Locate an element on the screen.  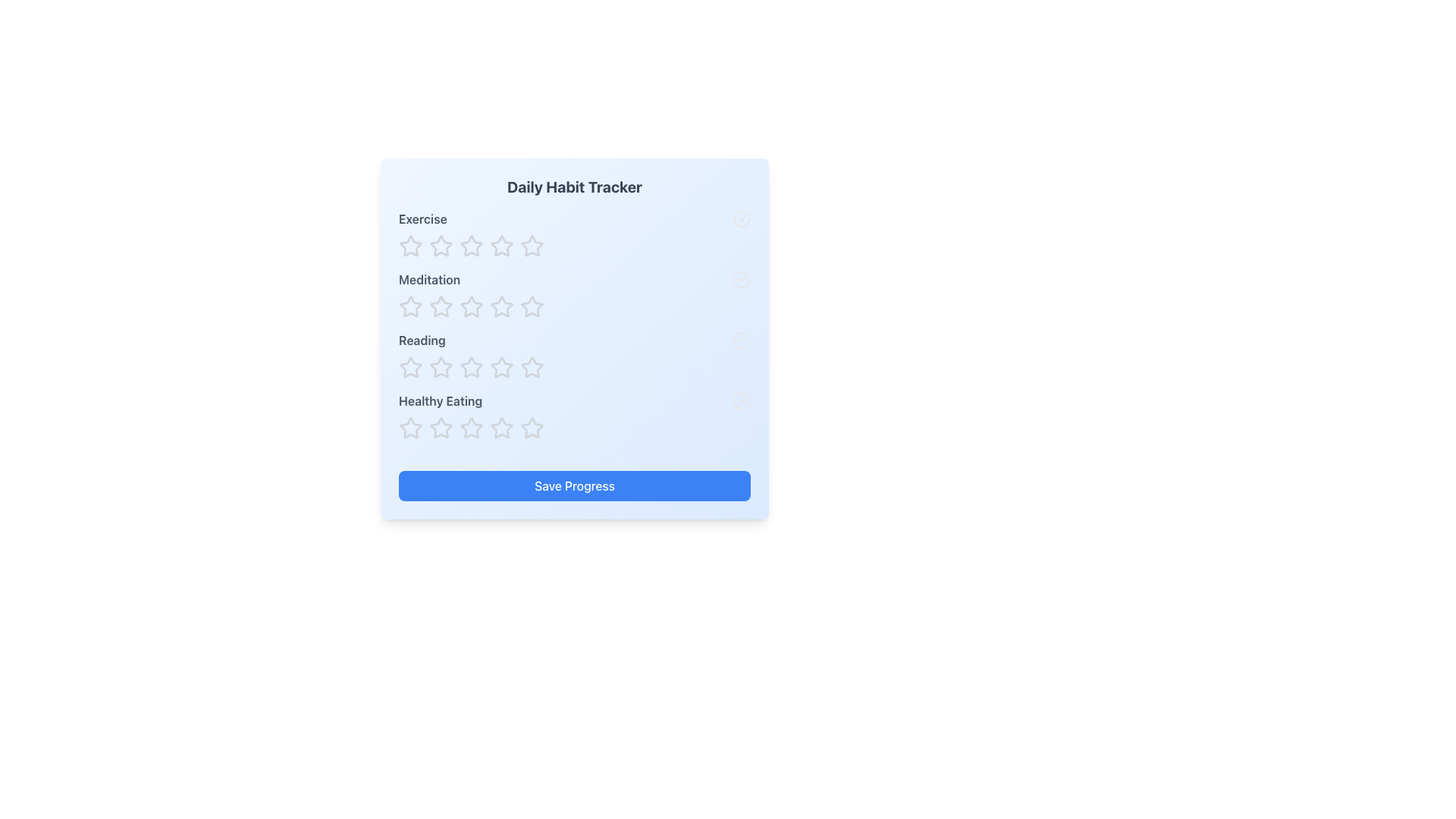
across the row of star icons in the Rating component under the 'Exercise' label is located at coordinates (574, 245).